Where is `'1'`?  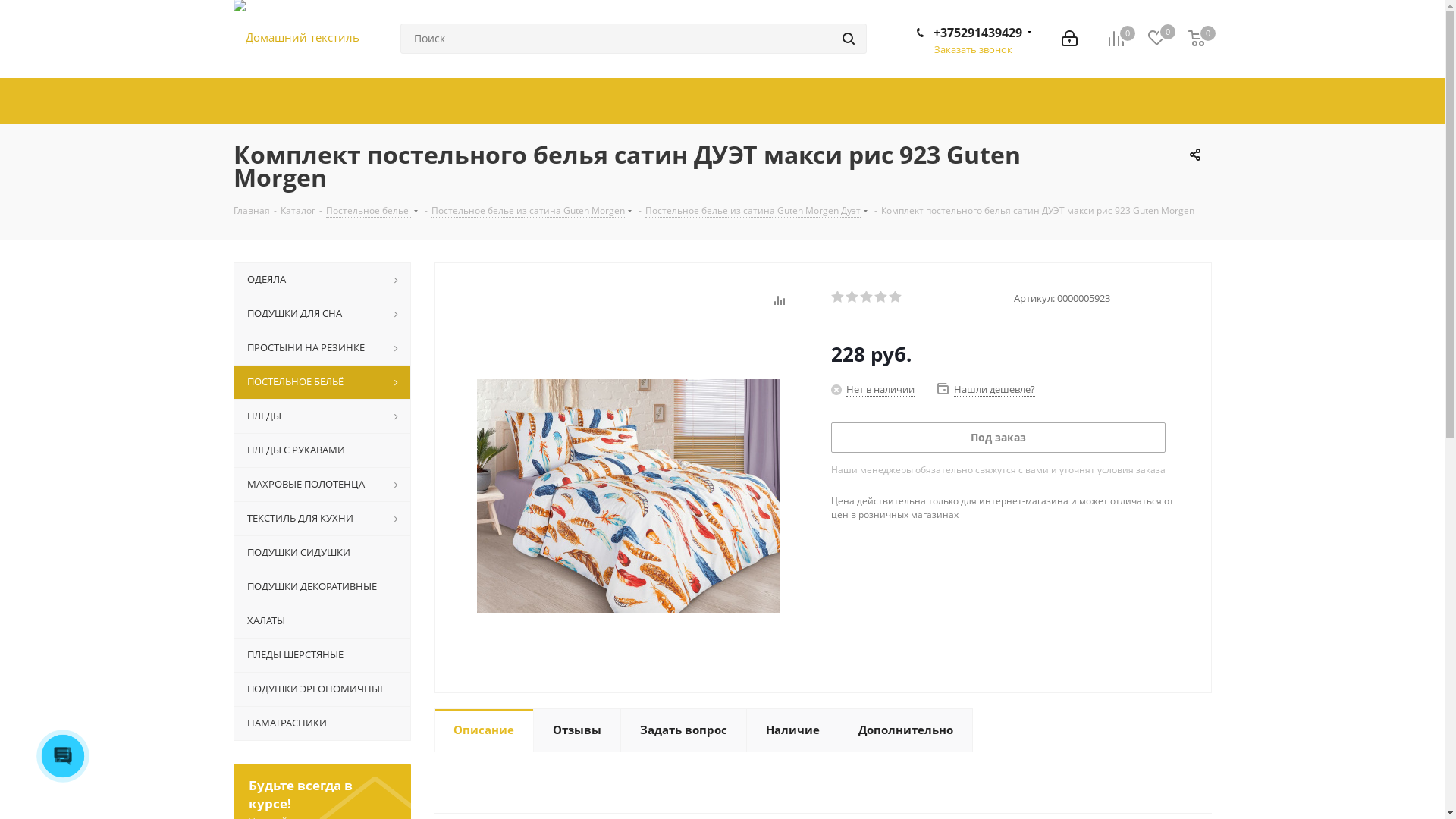
'1' is located at coordinates (837, 297).